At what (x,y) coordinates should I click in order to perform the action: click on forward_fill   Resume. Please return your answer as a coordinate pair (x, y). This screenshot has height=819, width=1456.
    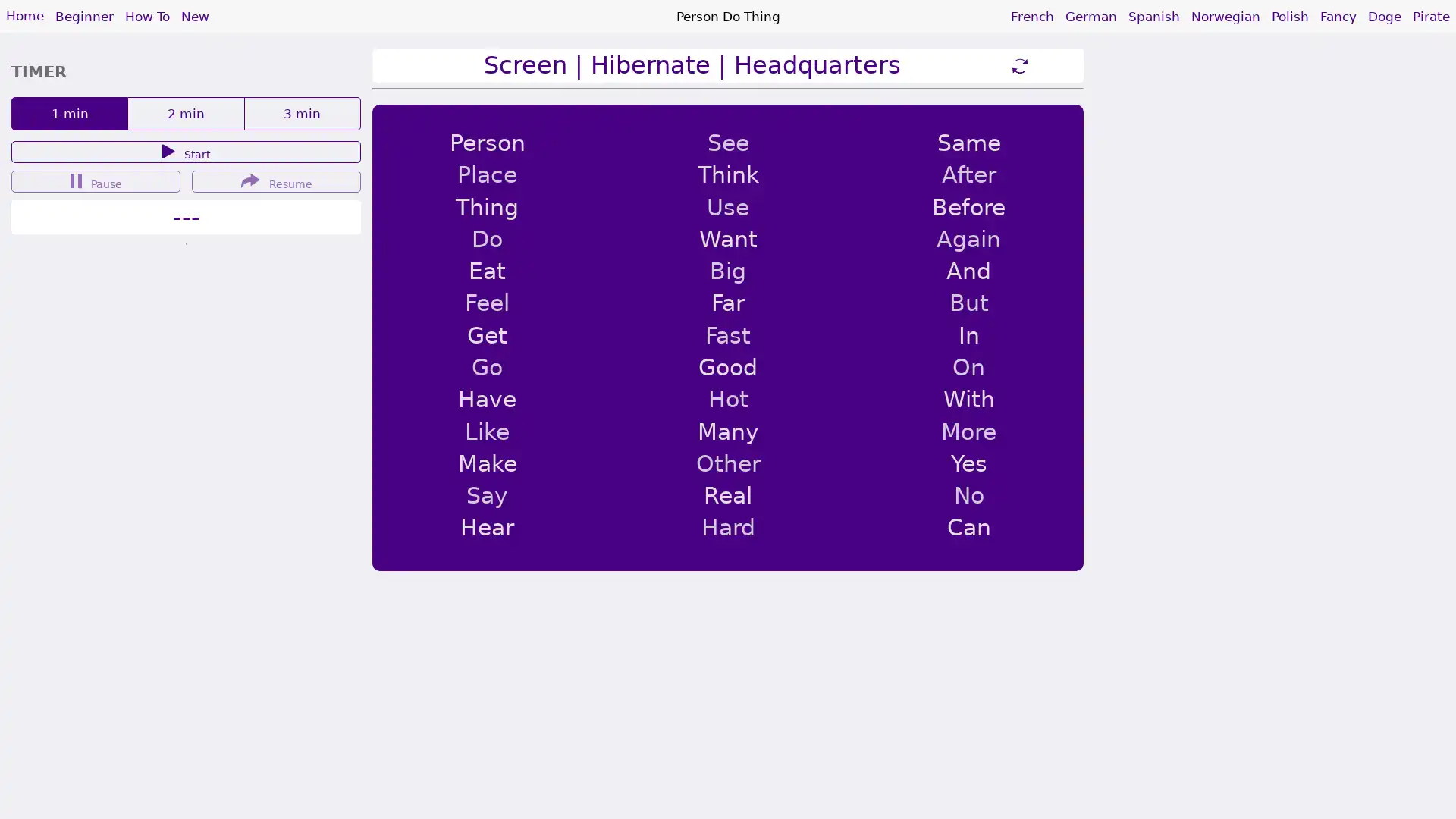
    Looking at the image, I should click on (276, 180).